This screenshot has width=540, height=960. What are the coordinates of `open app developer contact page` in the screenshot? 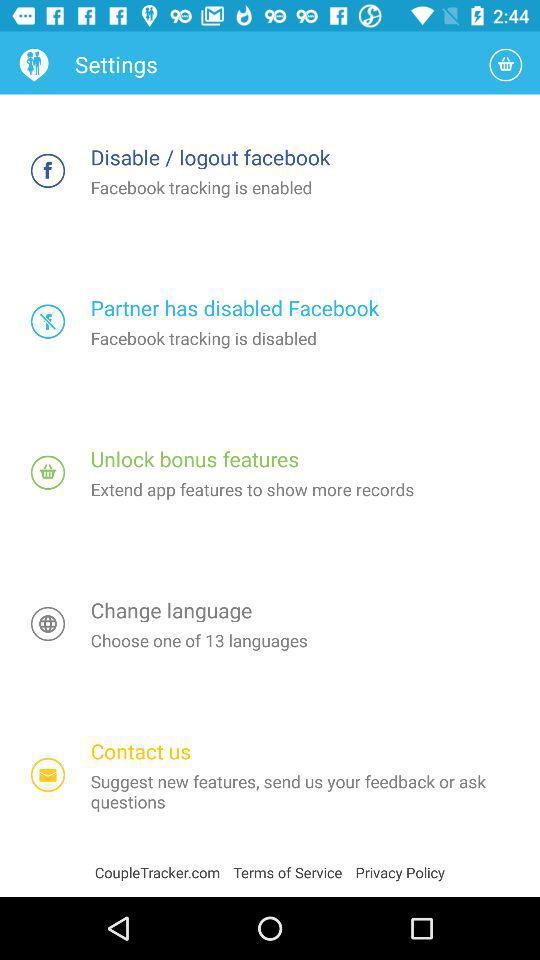 It's located at (48, 774).